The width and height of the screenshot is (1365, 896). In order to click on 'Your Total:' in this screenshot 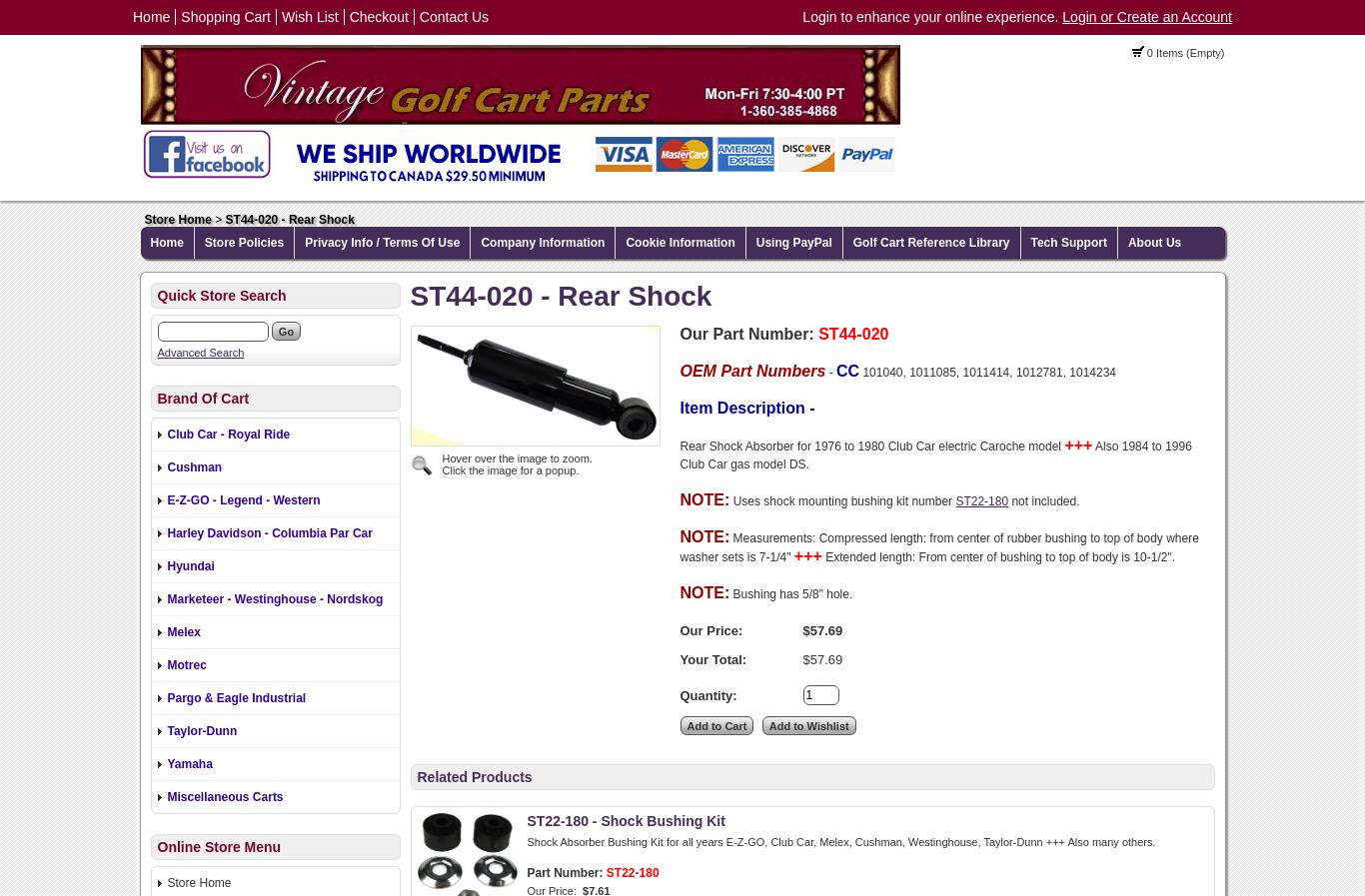, I will do `click(712, 659)`.